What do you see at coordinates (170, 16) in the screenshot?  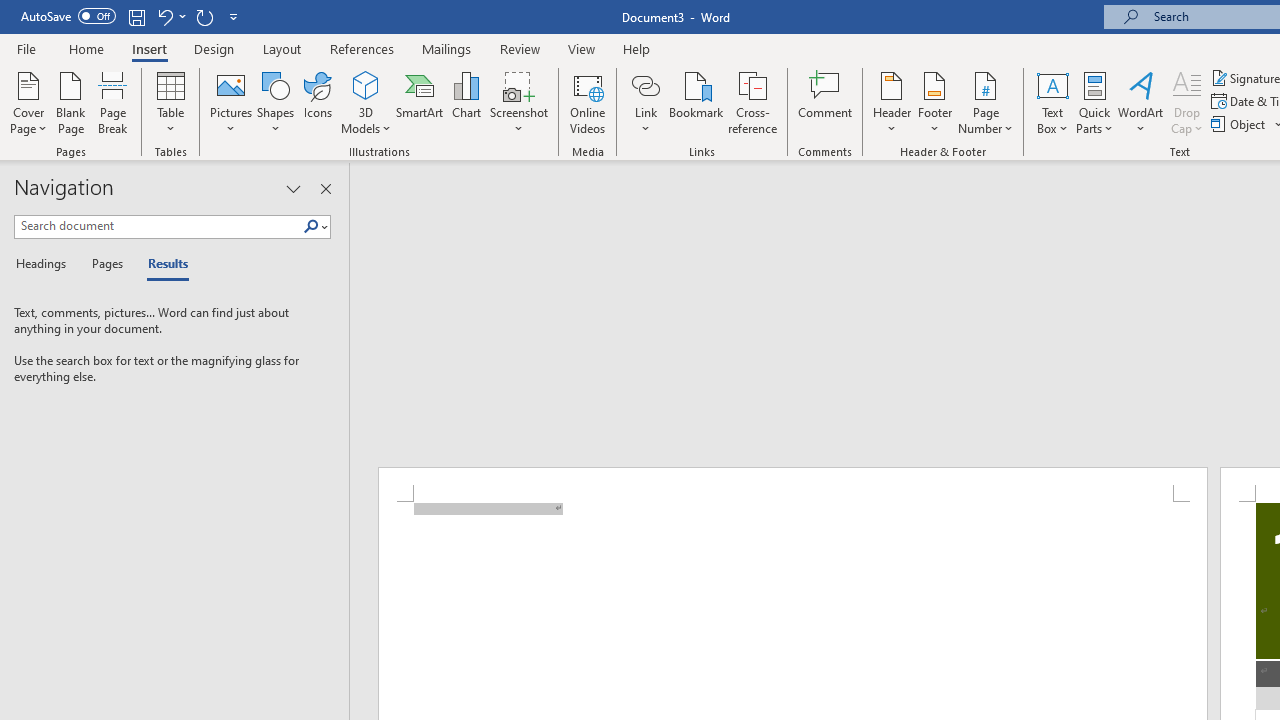 I see `'Undo New Page'` at bounding box center [170, 16].